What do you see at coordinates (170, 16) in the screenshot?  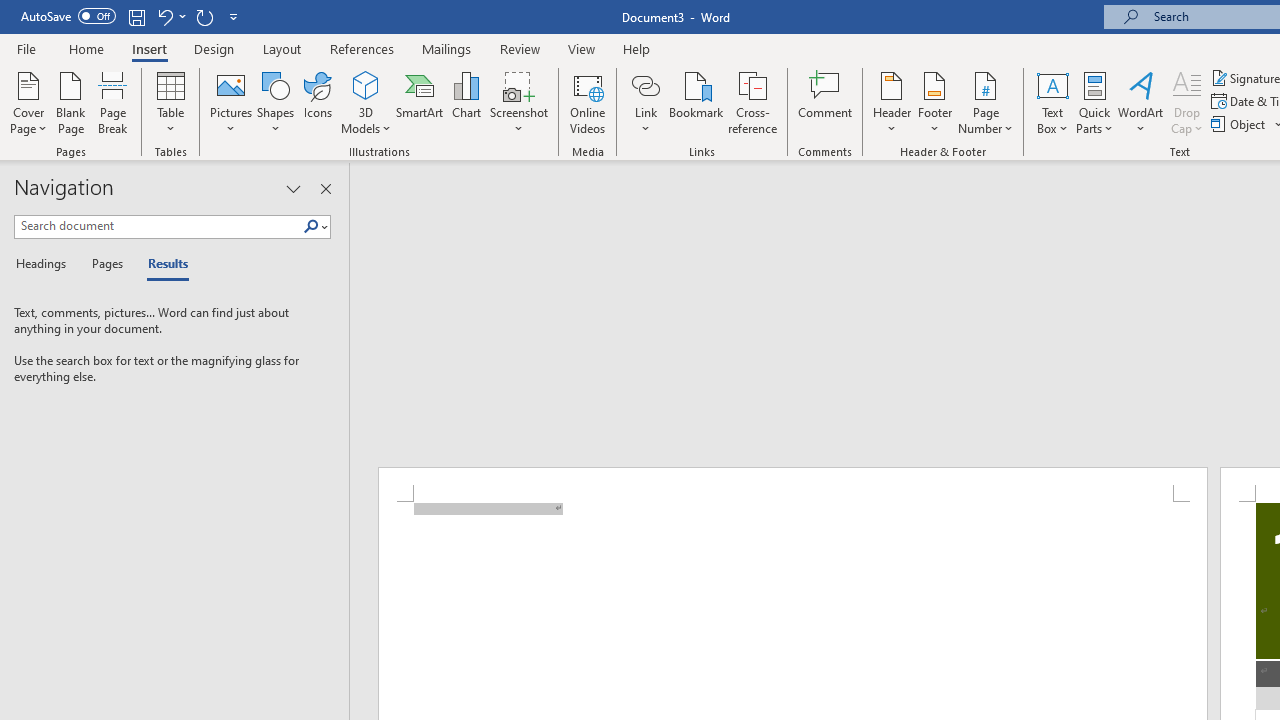 I see `'Undo New Page'` at bounding box center [170, 16].